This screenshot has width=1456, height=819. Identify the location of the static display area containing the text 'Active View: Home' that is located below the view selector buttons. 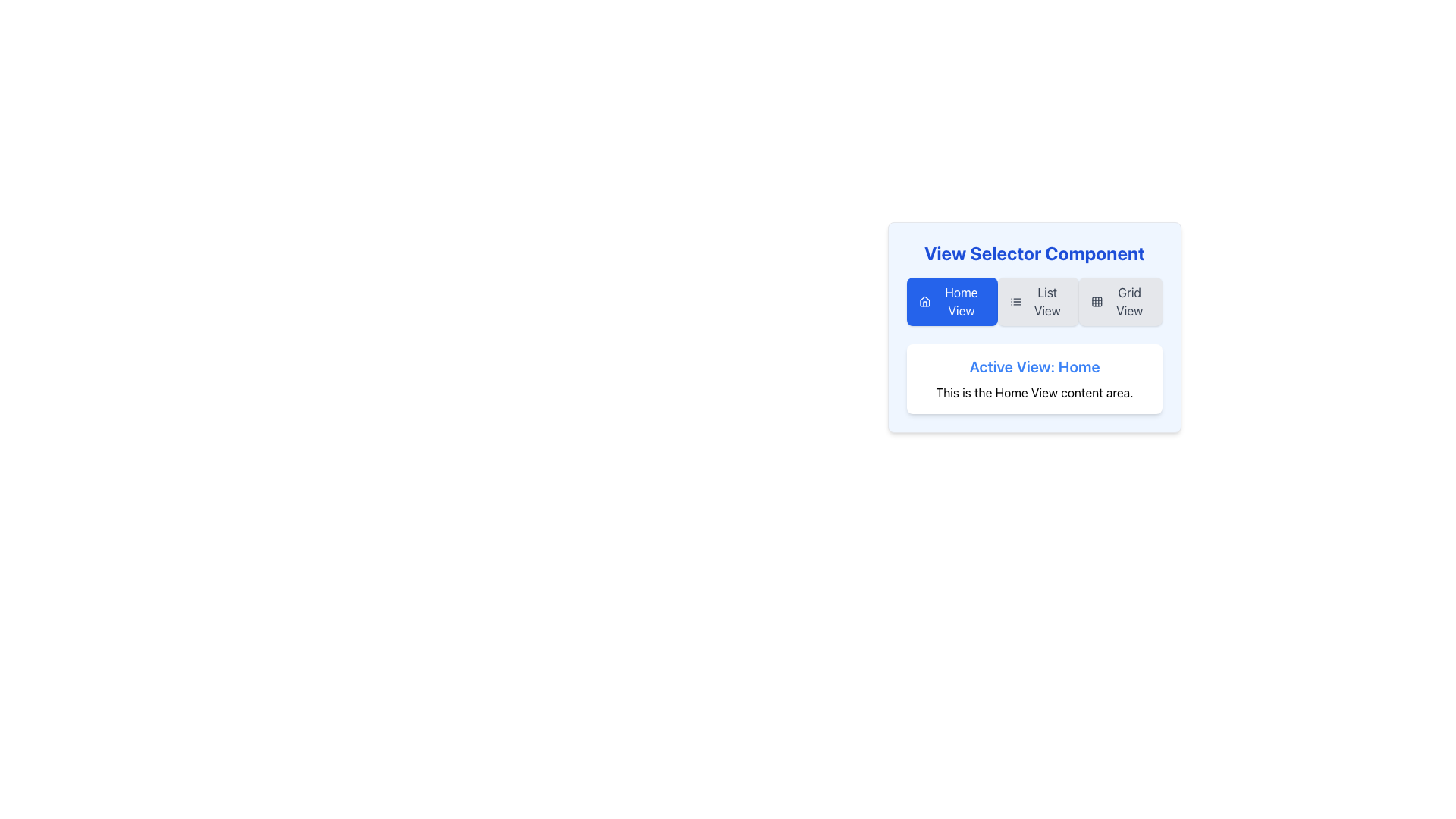
(1034, 378).